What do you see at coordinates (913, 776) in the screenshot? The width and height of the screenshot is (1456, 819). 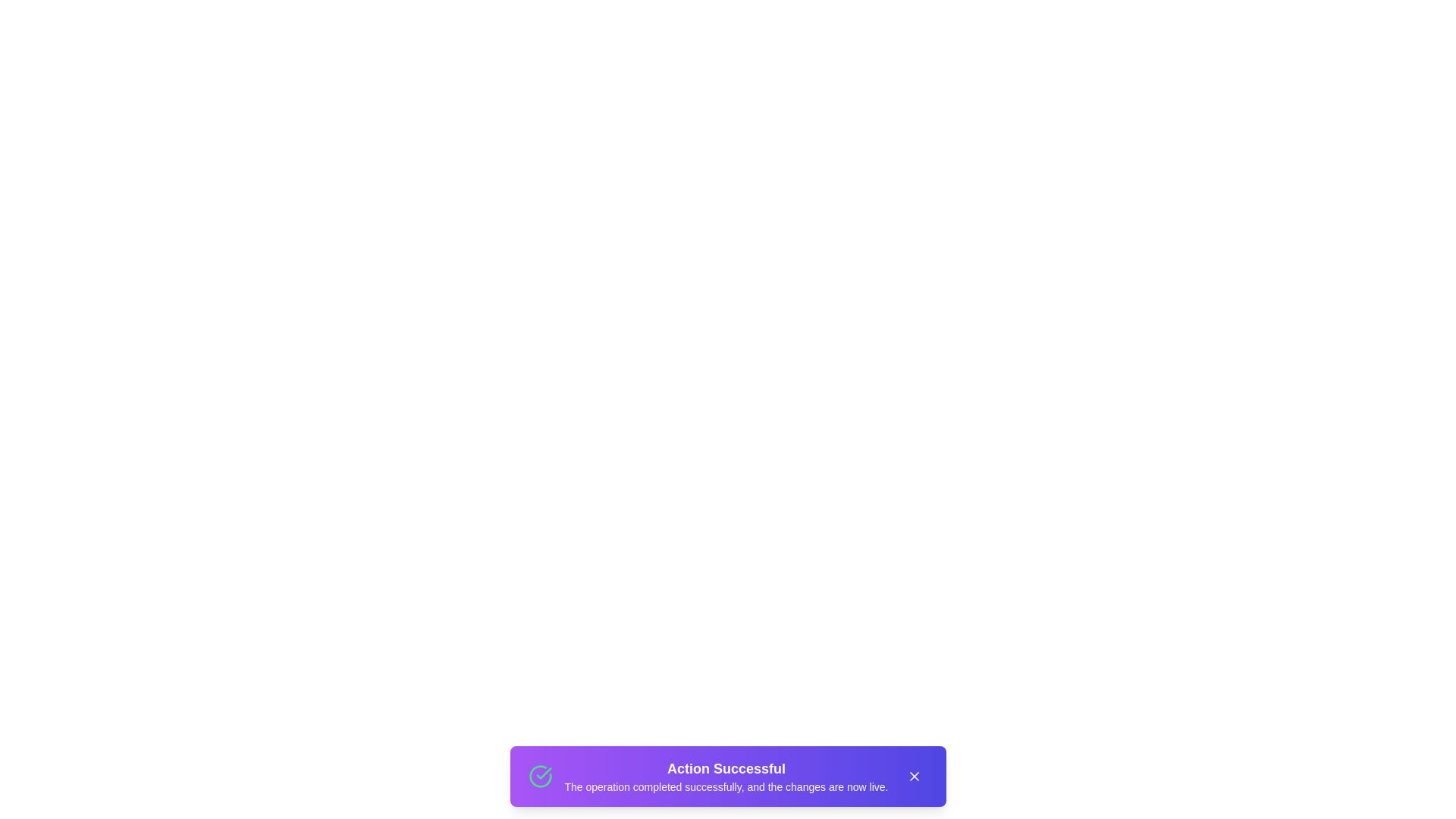 I see `the close button to observe visual feedback` at bounding box center [913, 776].